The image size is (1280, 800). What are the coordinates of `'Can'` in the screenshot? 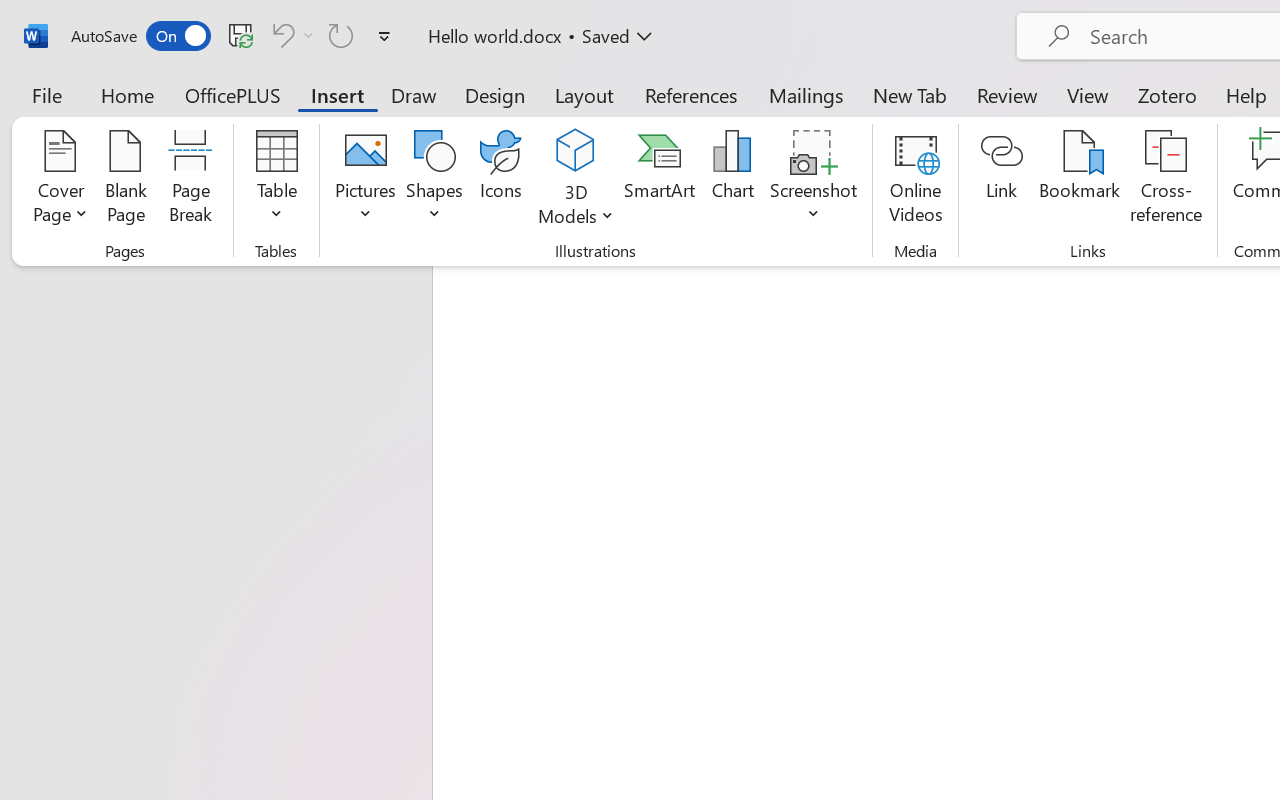 It's located at (289, 34).